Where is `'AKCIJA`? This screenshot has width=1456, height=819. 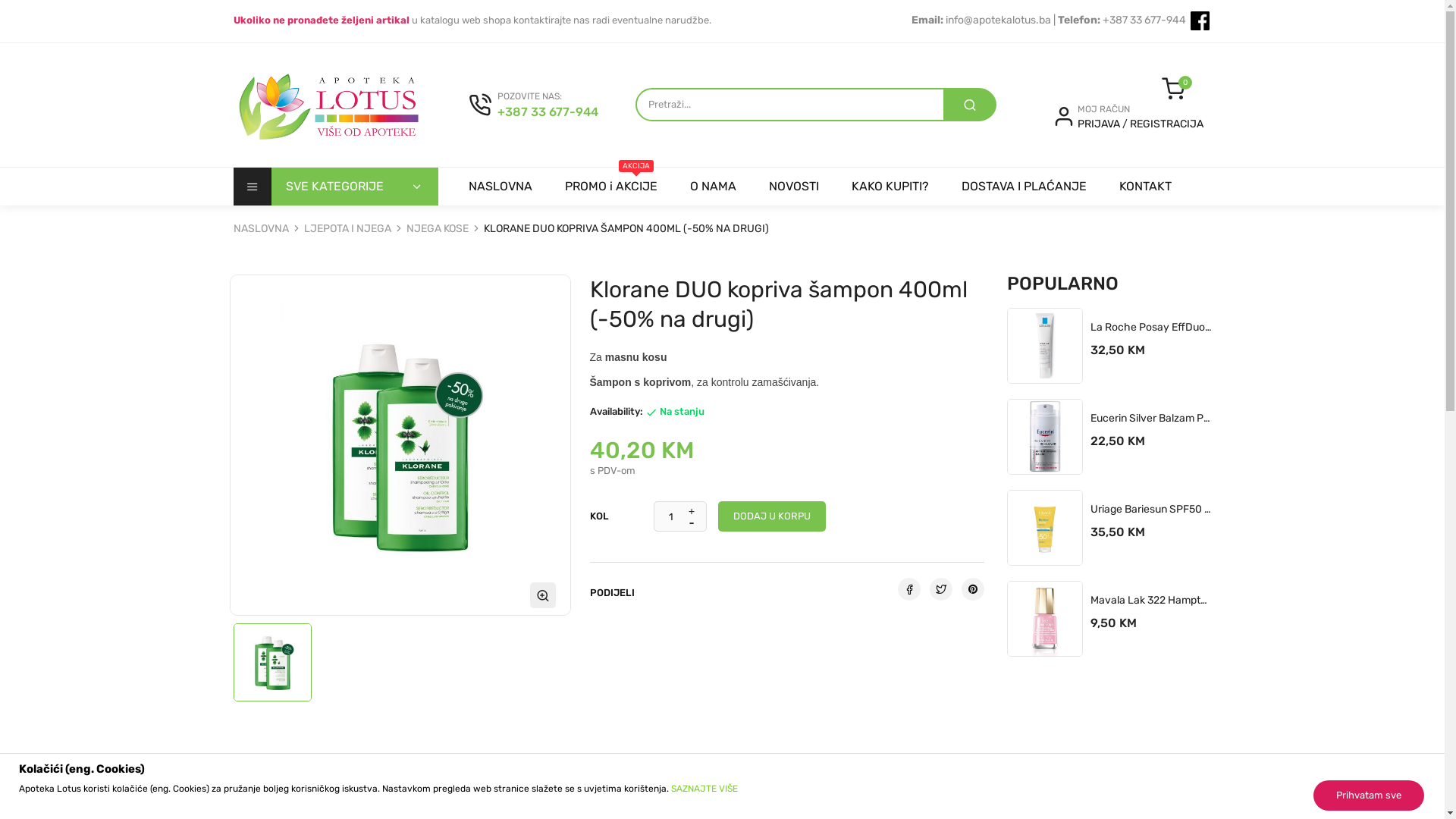 'AKCIJA is located at coordinates (610, 186).